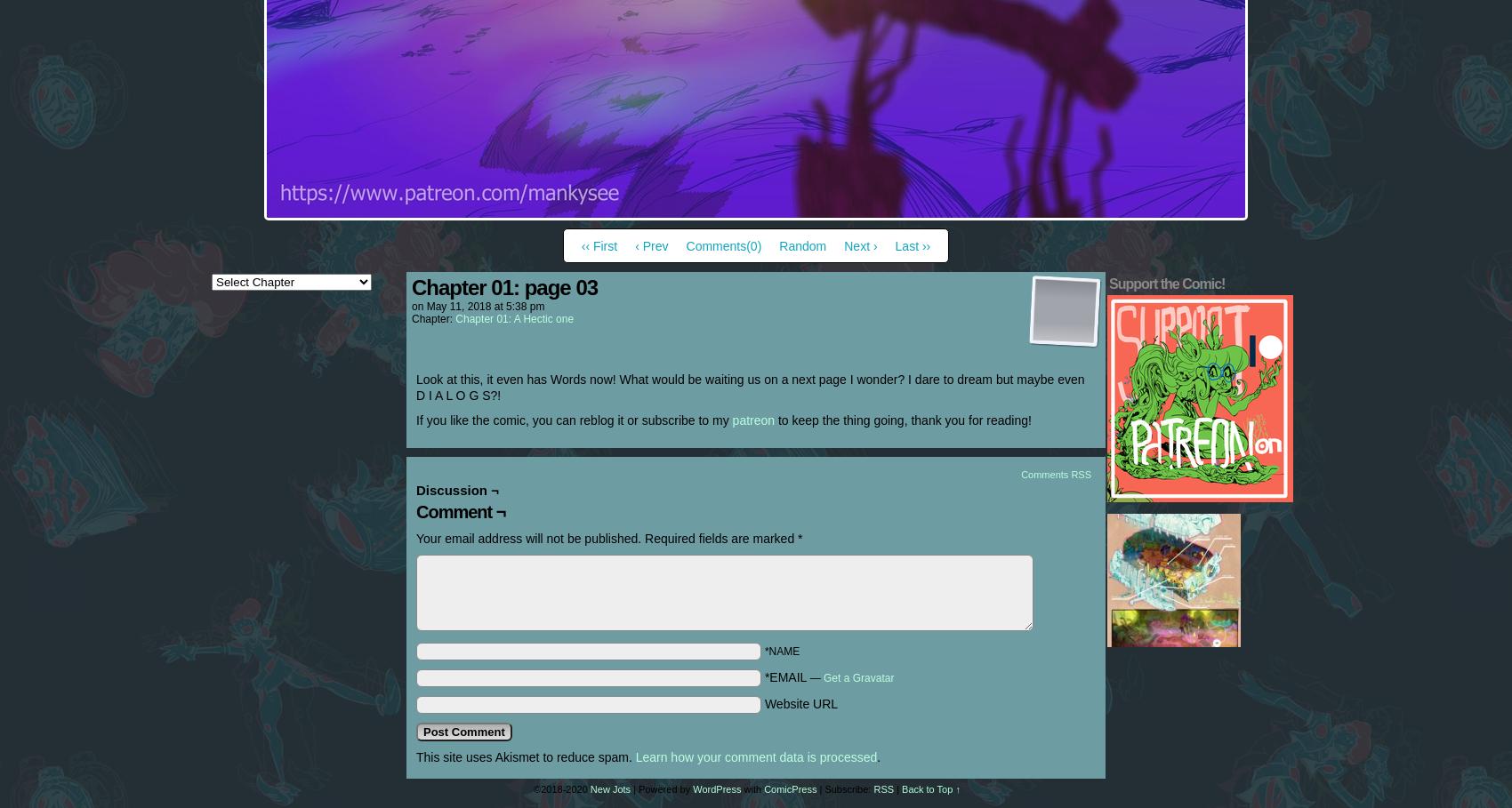 The height and width of the screenshot is (808, 1512). I want to click on 'Subscribe:', so click(848, 789).